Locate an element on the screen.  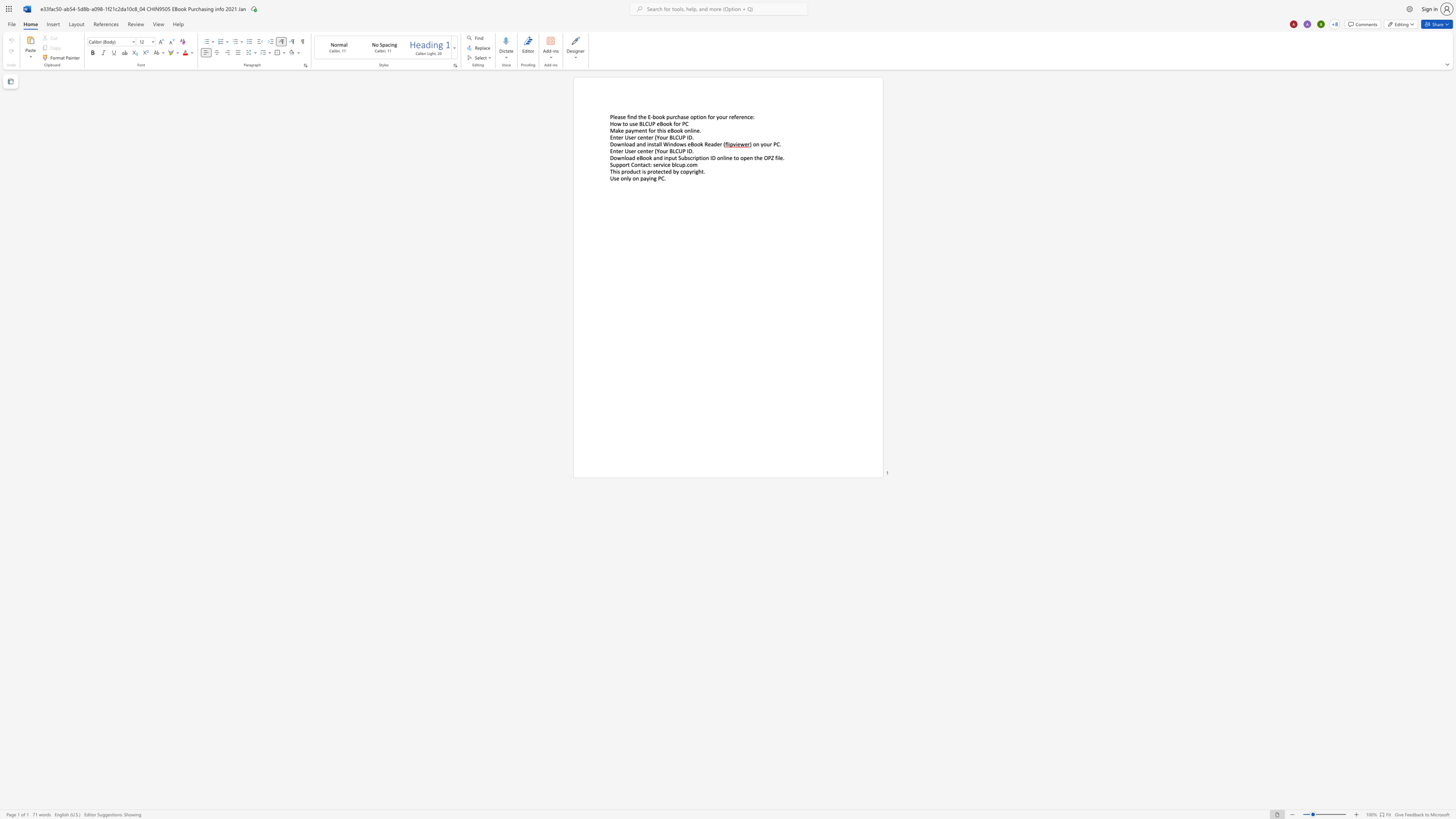
the 1th character "f" in the text is located at coordinates (708, 116).